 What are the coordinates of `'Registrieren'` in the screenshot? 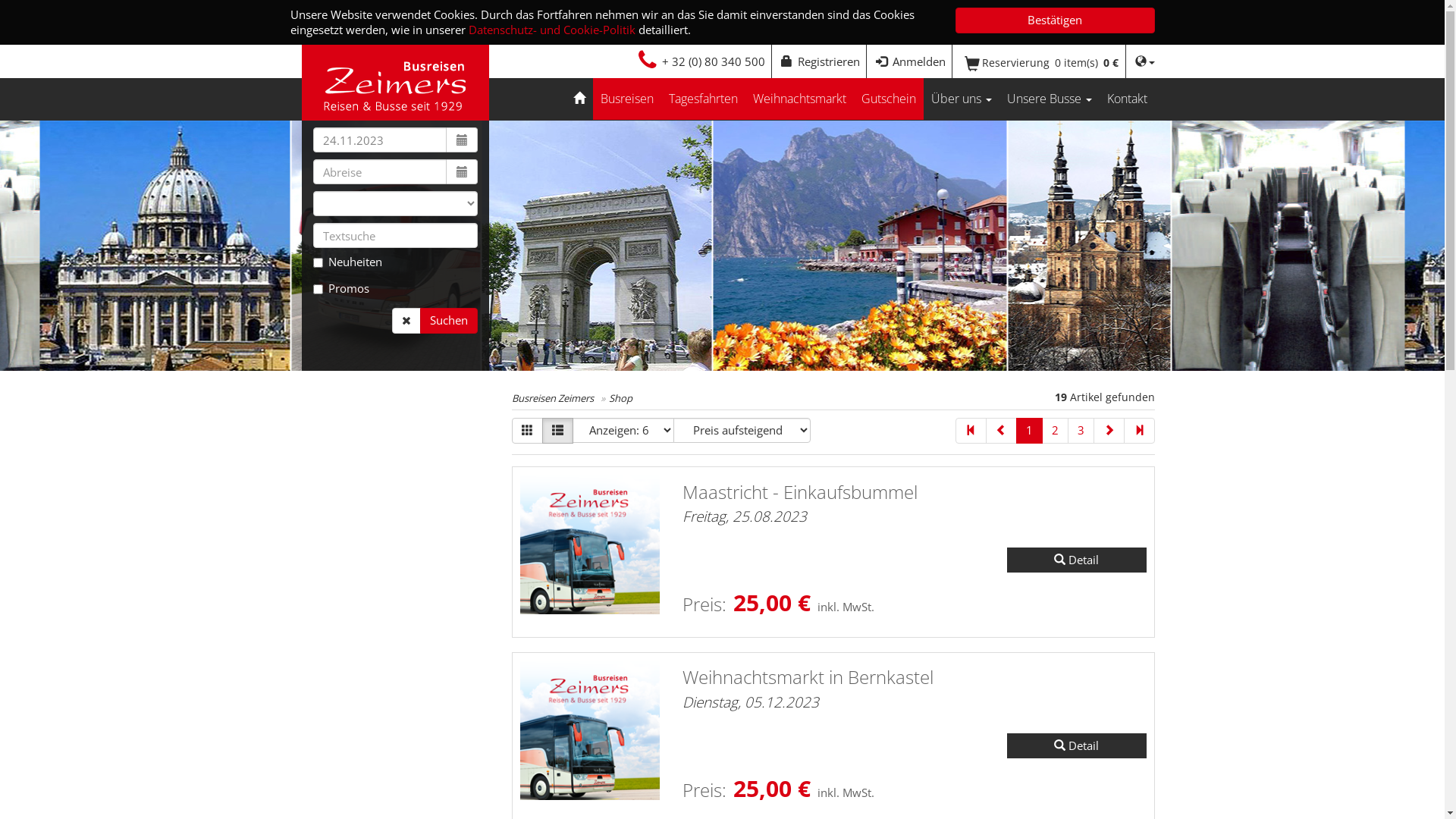 It's located at (819, 61).